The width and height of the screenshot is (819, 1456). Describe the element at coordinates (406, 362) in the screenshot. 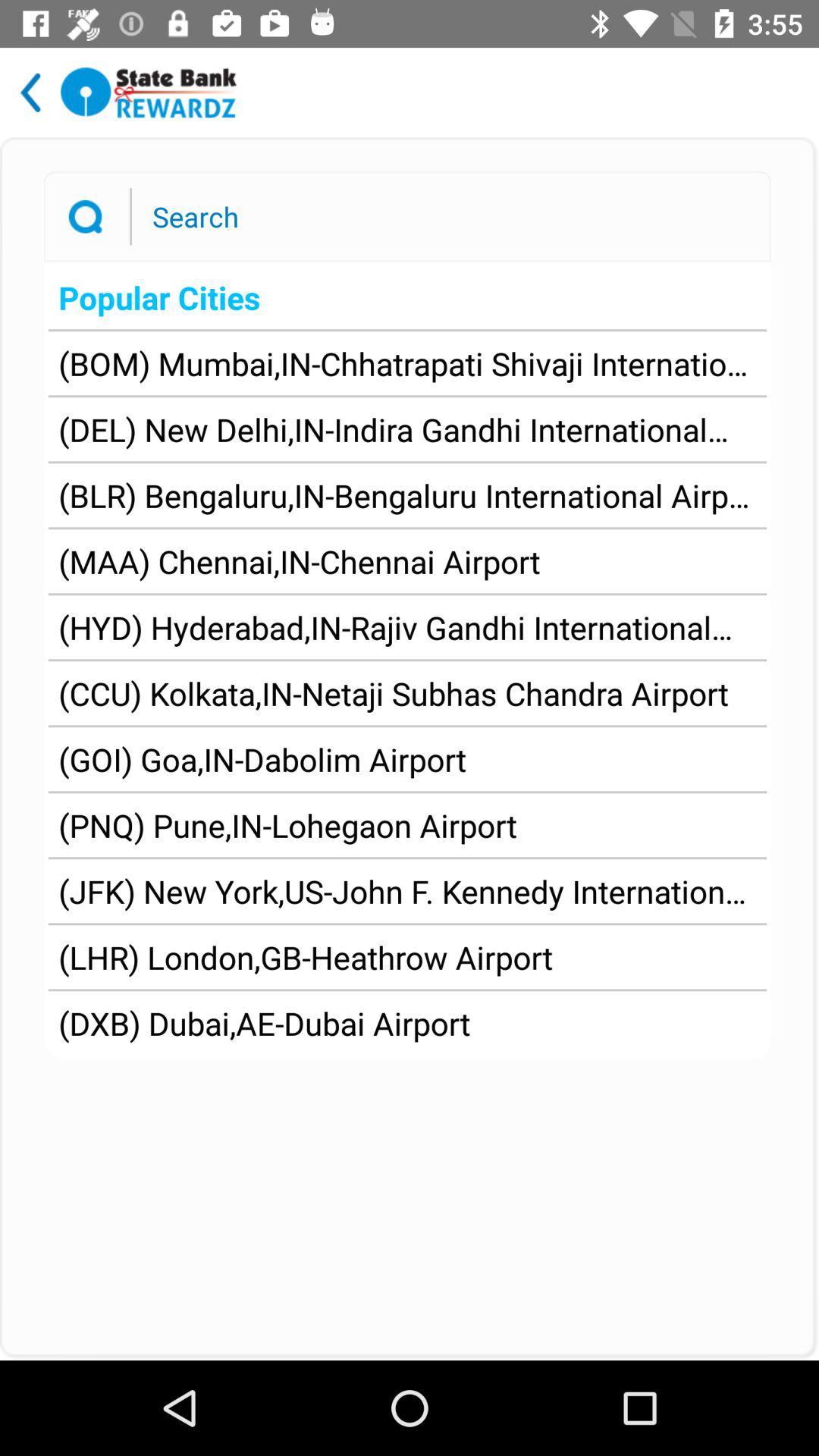

I see `icon above del new delhi icon` at that location.